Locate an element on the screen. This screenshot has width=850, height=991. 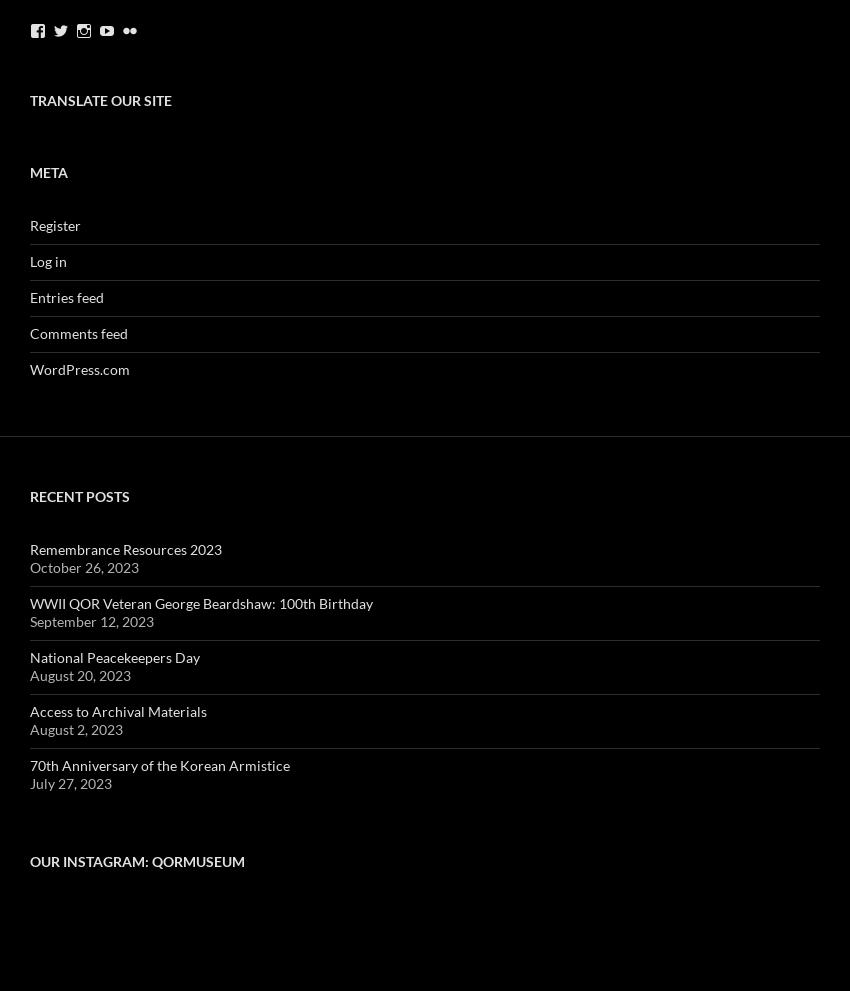
'September 12, 2023' is located at coordinates (90, 621).